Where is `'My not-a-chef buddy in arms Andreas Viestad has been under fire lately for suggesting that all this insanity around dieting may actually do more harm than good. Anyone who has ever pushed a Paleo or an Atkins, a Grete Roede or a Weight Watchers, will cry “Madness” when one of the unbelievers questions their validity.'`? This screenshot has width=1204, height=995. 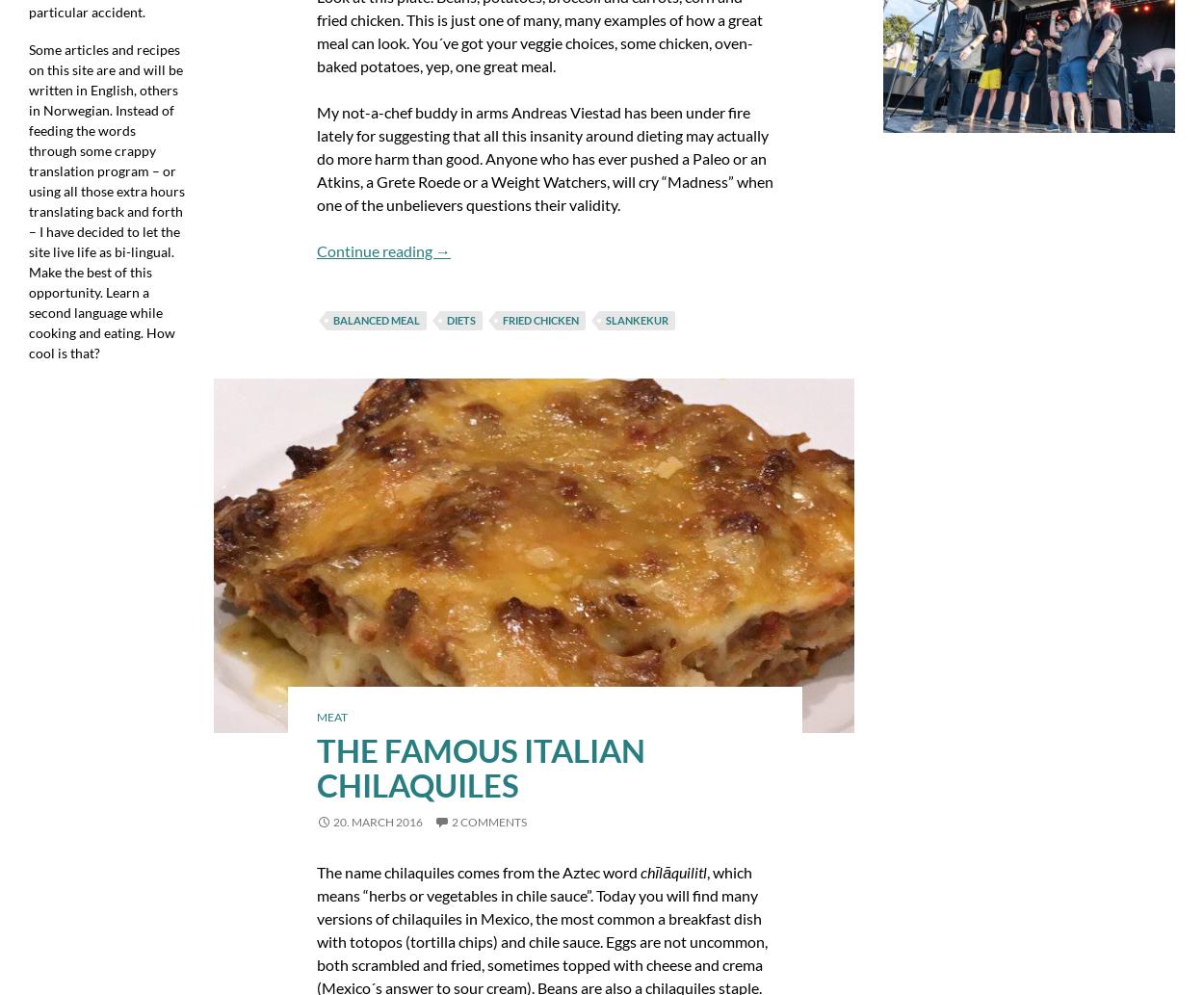 'My not-a-chef buddy in arms Andreas Viestad has been under fire lately for suggesting that all this insanity around dieting may actually do more harm than good. Anyone who has ever pushed a Paleo or an Atkins, a Grete Roede or a Weight Watchers, will cry “Madness” when one of the unbelievers questions their validity.' is located at coordinates (543, 157).